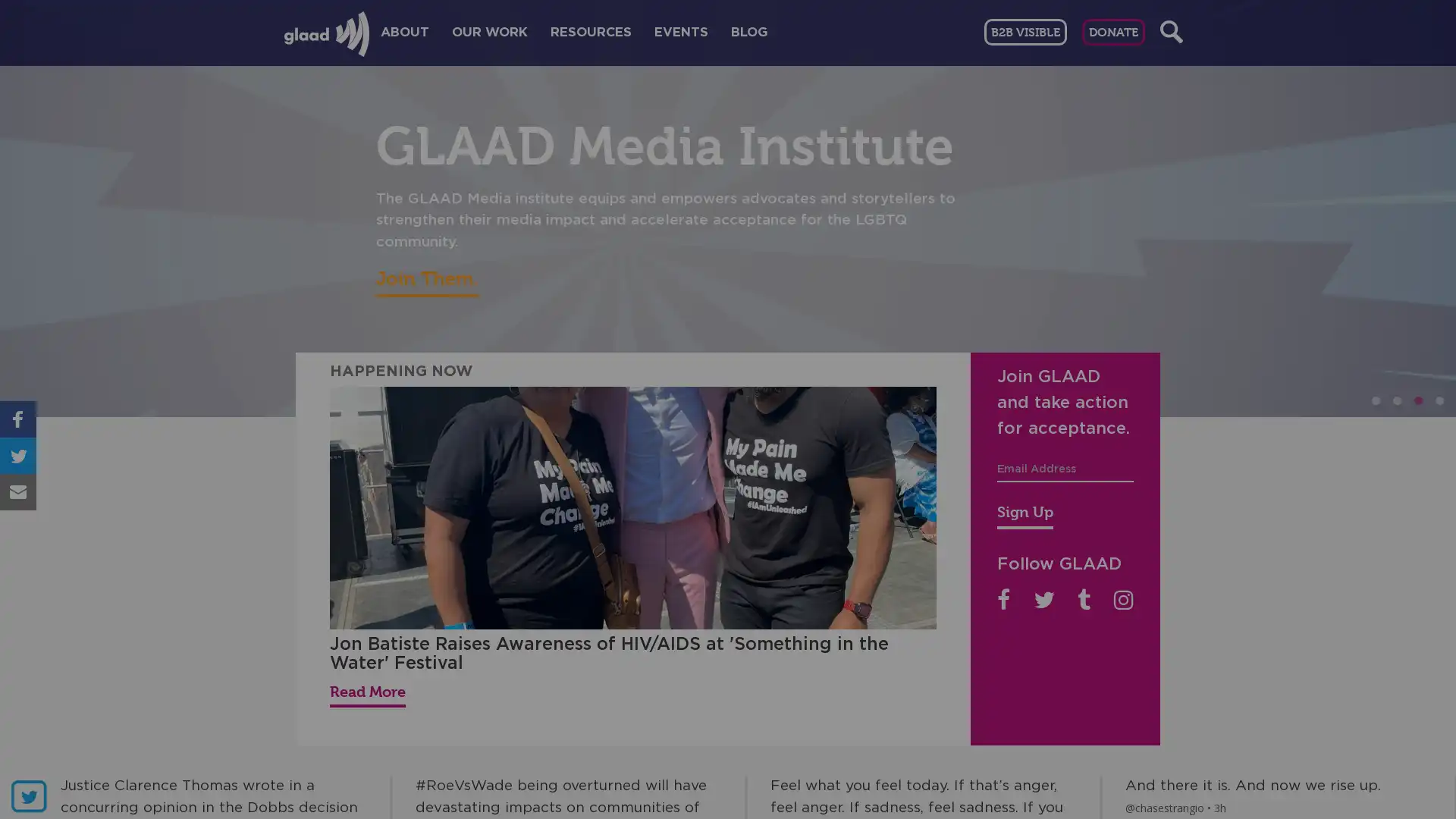 This screenshot has height=819, width=1456. I want to click on Sign Up, so click(1025, 513).